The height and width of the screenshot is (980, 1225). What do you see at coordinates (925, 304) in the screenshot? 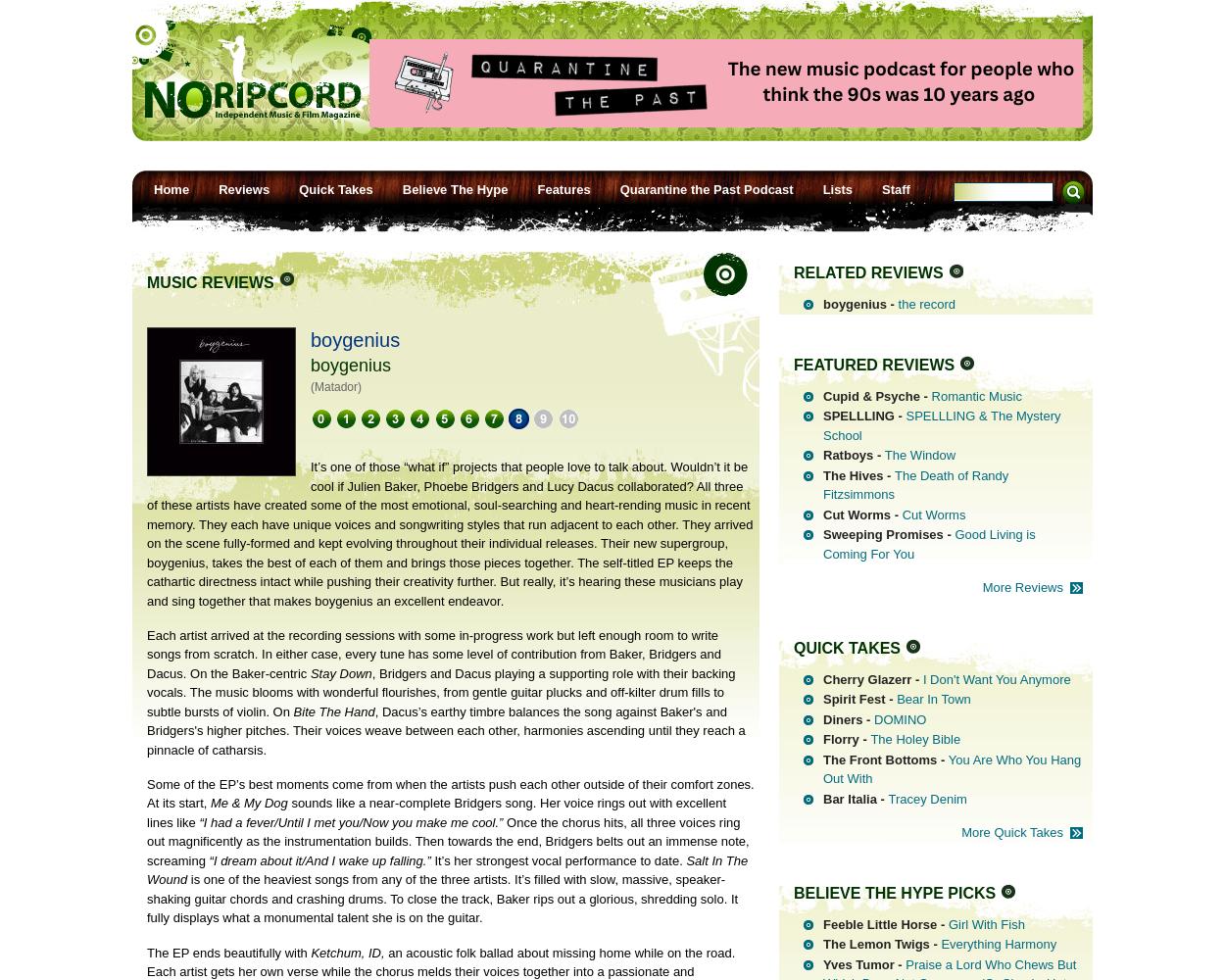
I see `'the record'` at bounding box center [925, 304].